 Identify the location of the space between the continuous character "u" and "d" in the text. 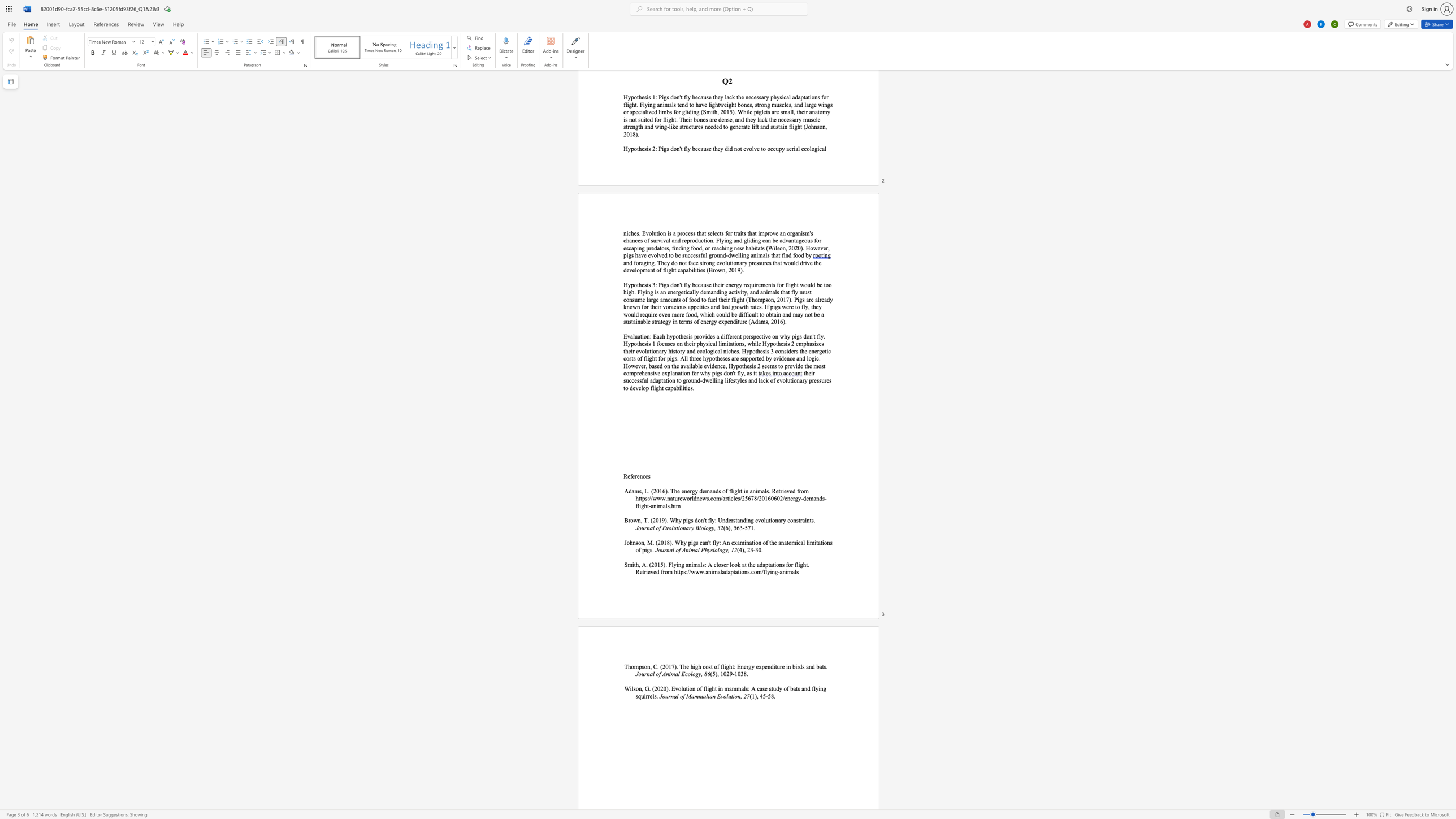
(775, 688).